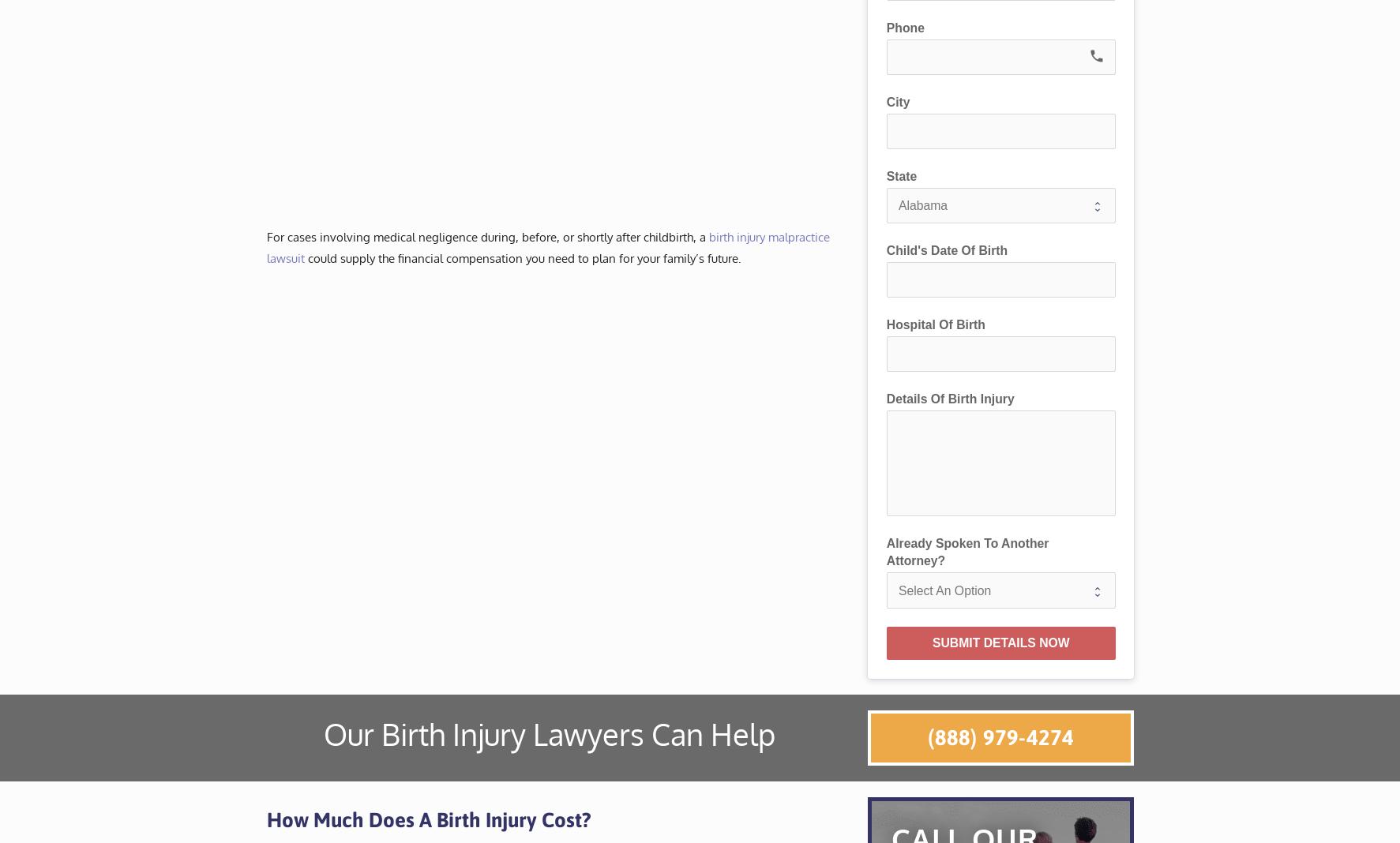 The image size is (1400, 843). Describe the element at coordinates (946, 249) in the screenshot. I see `'Child's Date Of Birth'` at that location.